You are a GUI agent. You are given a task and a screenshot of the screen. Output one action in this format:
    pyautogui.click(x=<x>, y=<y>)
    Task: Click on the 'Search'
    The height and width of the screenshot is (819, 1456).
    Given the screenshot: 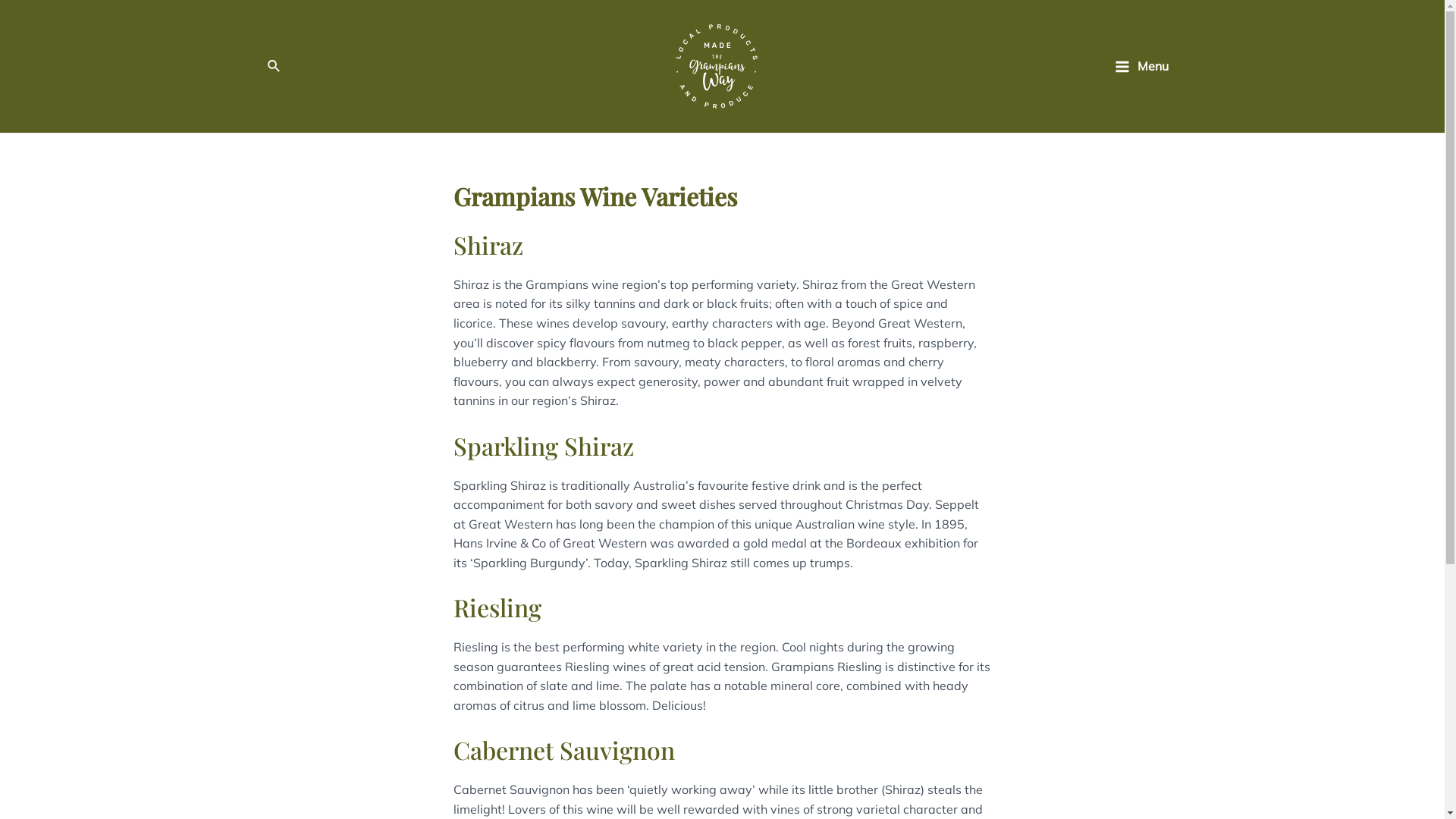 What is the action you would take?
    pyautogui.click(x=266, y=66)
    